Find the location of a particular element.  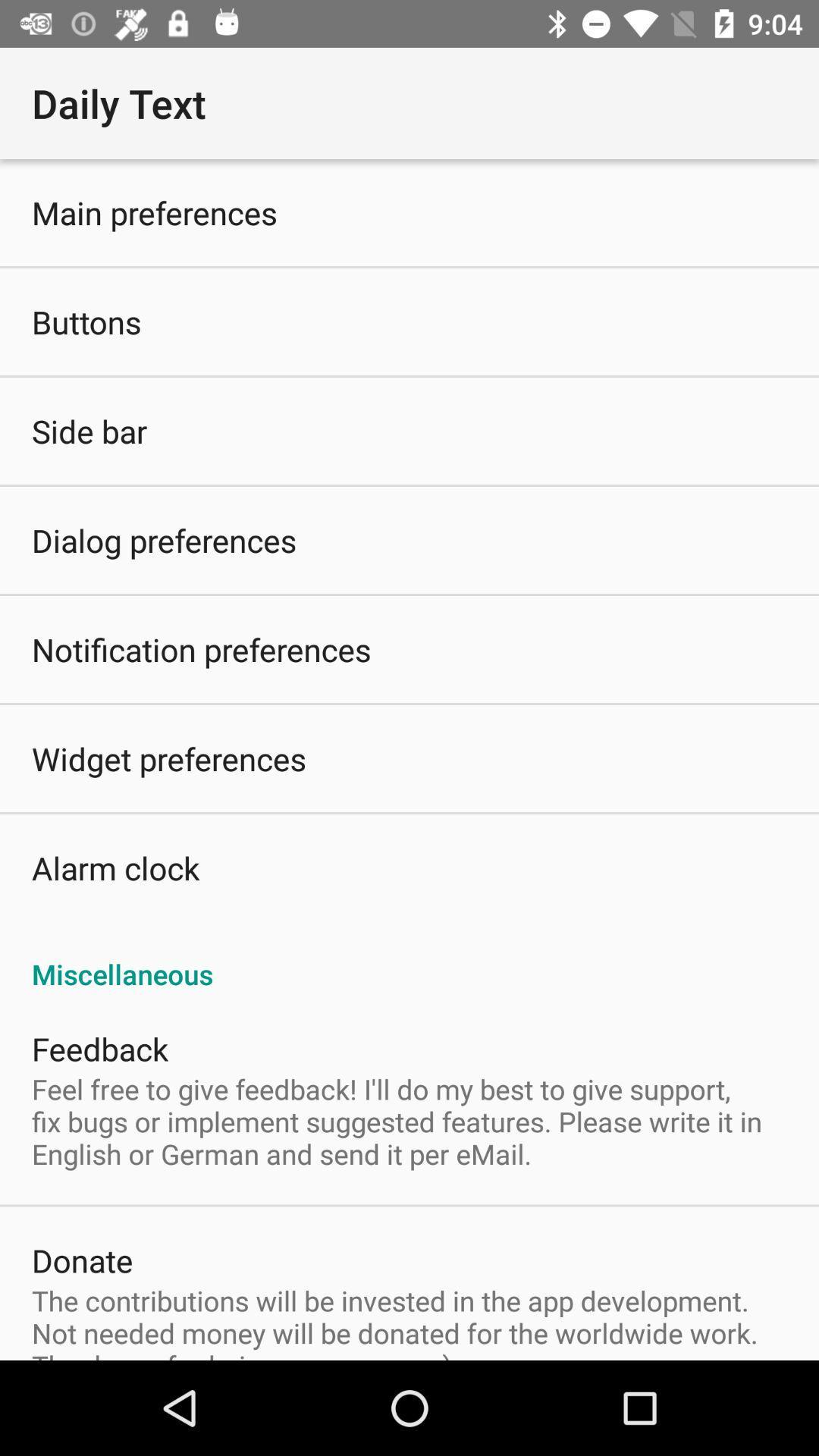

item below daily text is located at coordinates (155, 212).